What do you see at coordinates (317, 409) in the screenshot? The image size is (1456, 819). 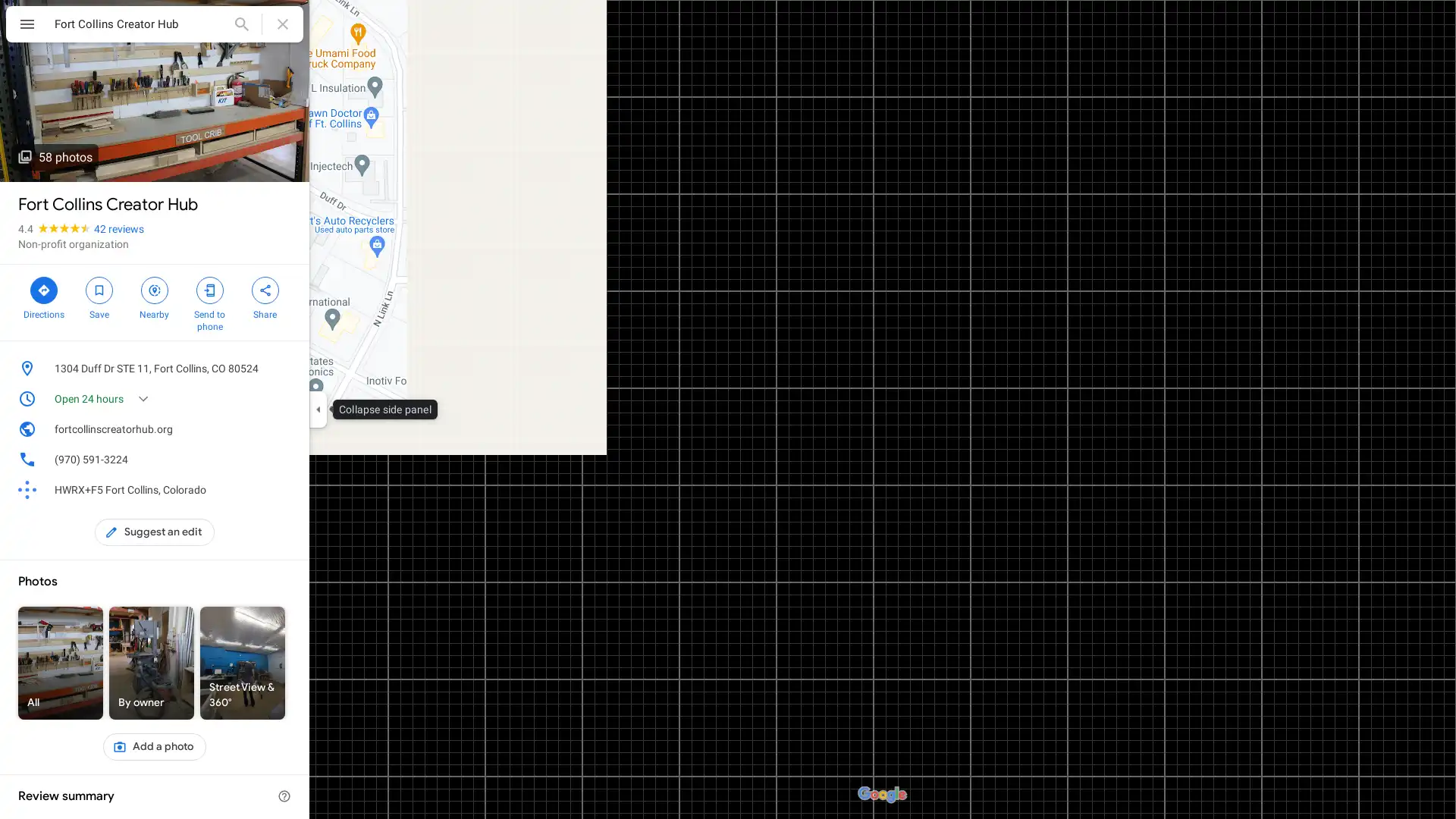 I see `Collapse side panel` at bounding box center [317, 409].